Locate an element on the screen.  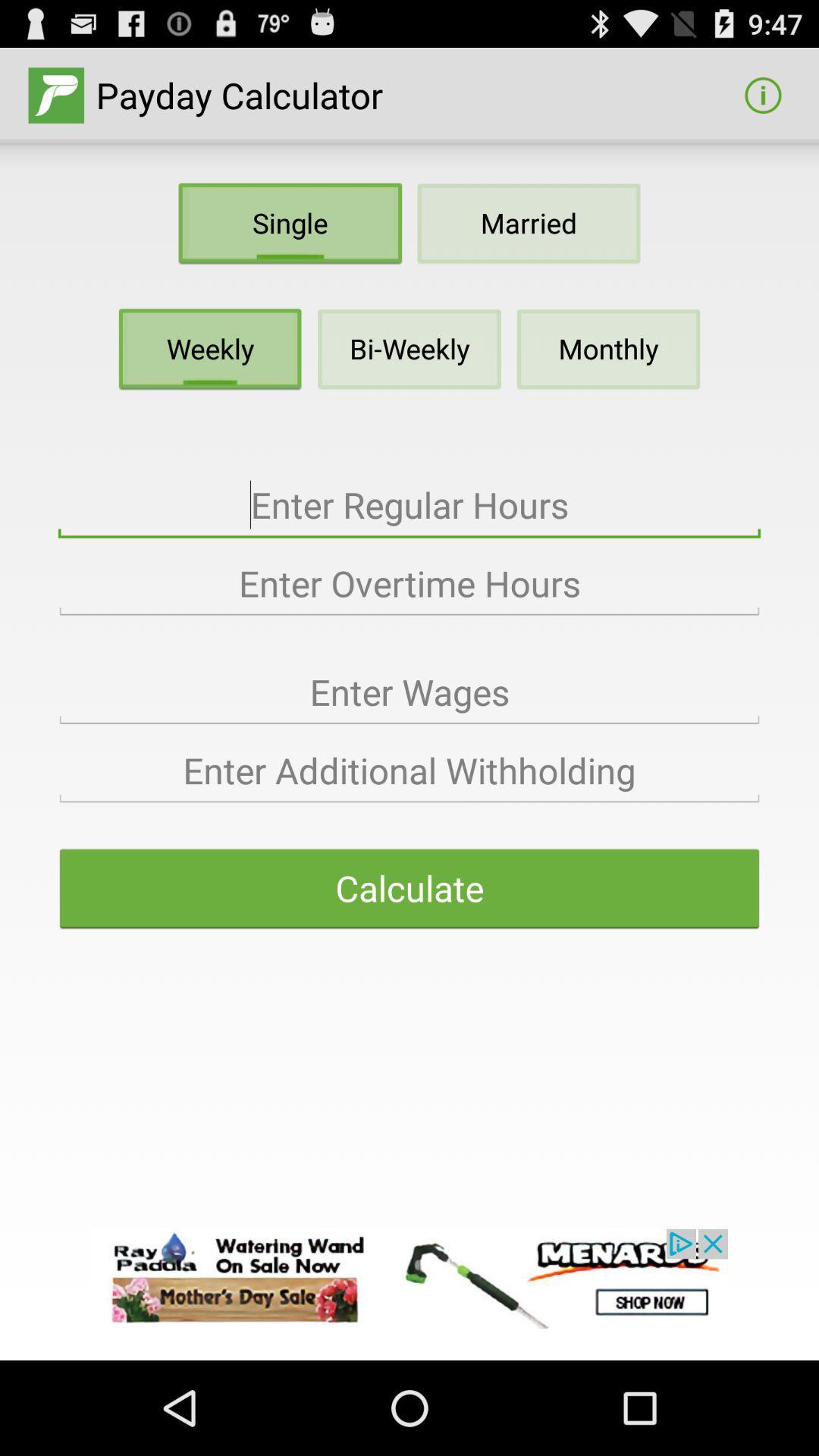
for additonal time is located at coordinates (409, 771).